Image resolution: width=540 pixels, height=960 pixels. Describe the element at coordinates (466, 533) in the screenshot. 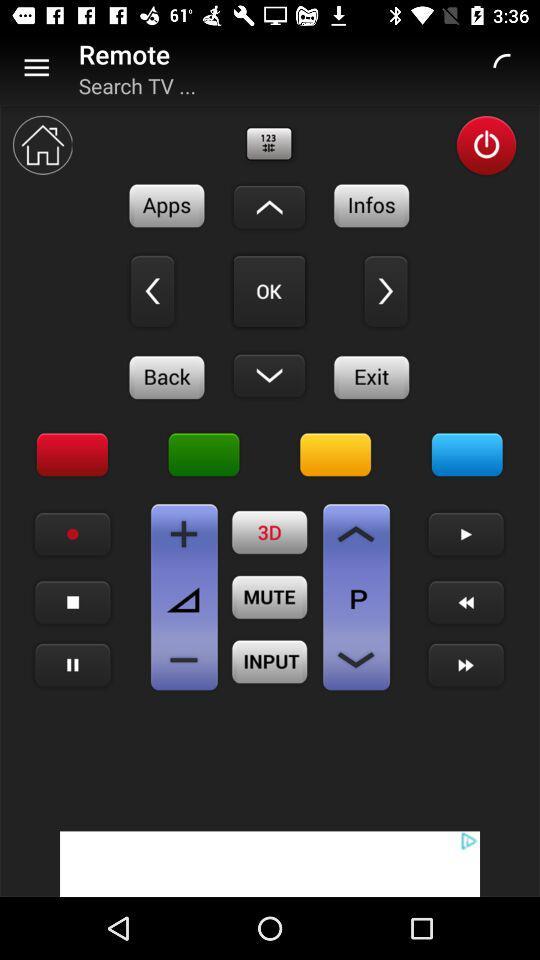

I see `start video playback` at that location.